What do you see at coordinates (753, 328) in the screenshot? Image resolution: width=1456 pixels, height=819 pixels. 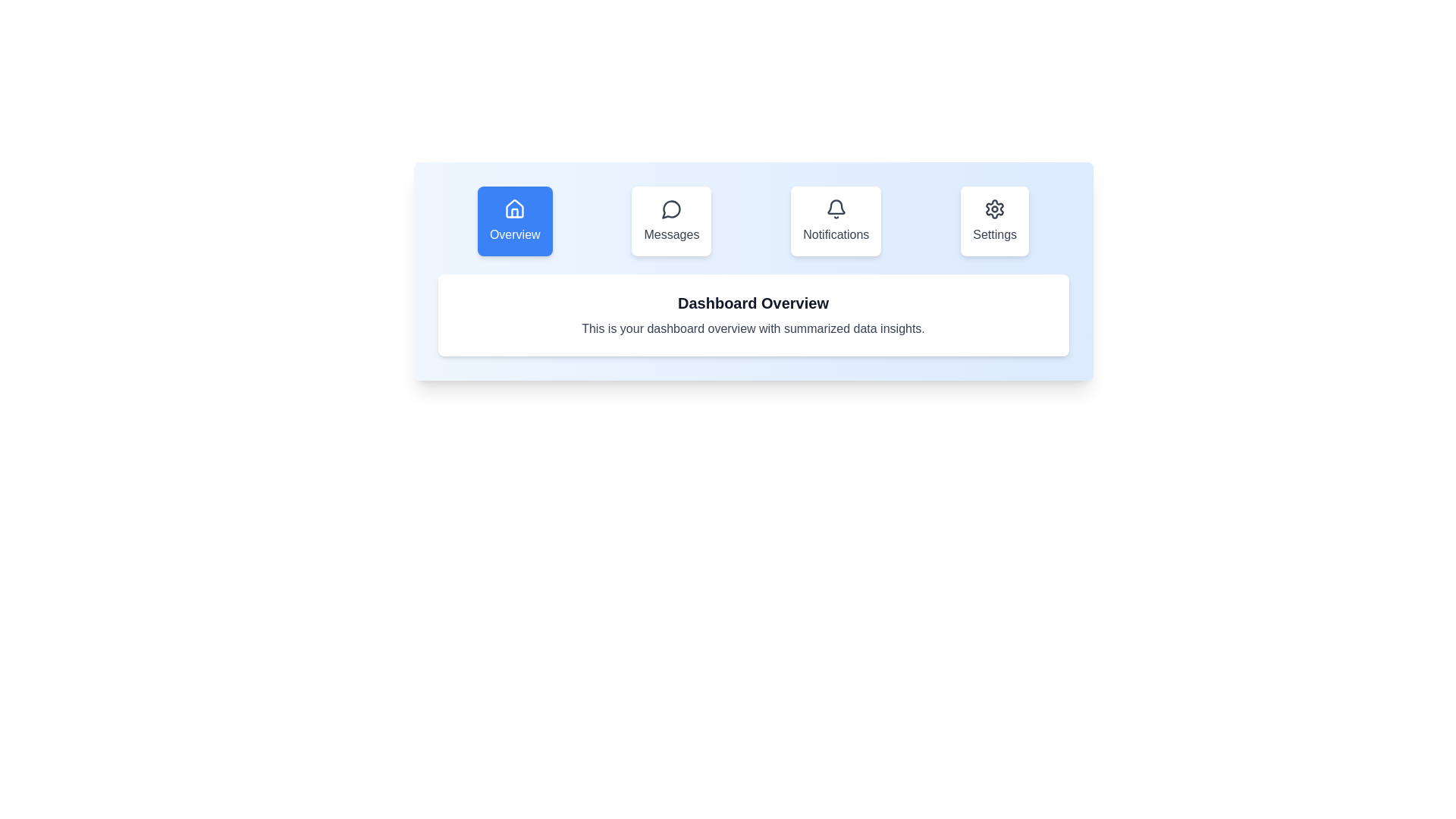 I see `the static text element that provides an overview or explanation of the dashboard's purpose, located beneath the title 'Dashboard Overview'` at bounding box center [753, 328].